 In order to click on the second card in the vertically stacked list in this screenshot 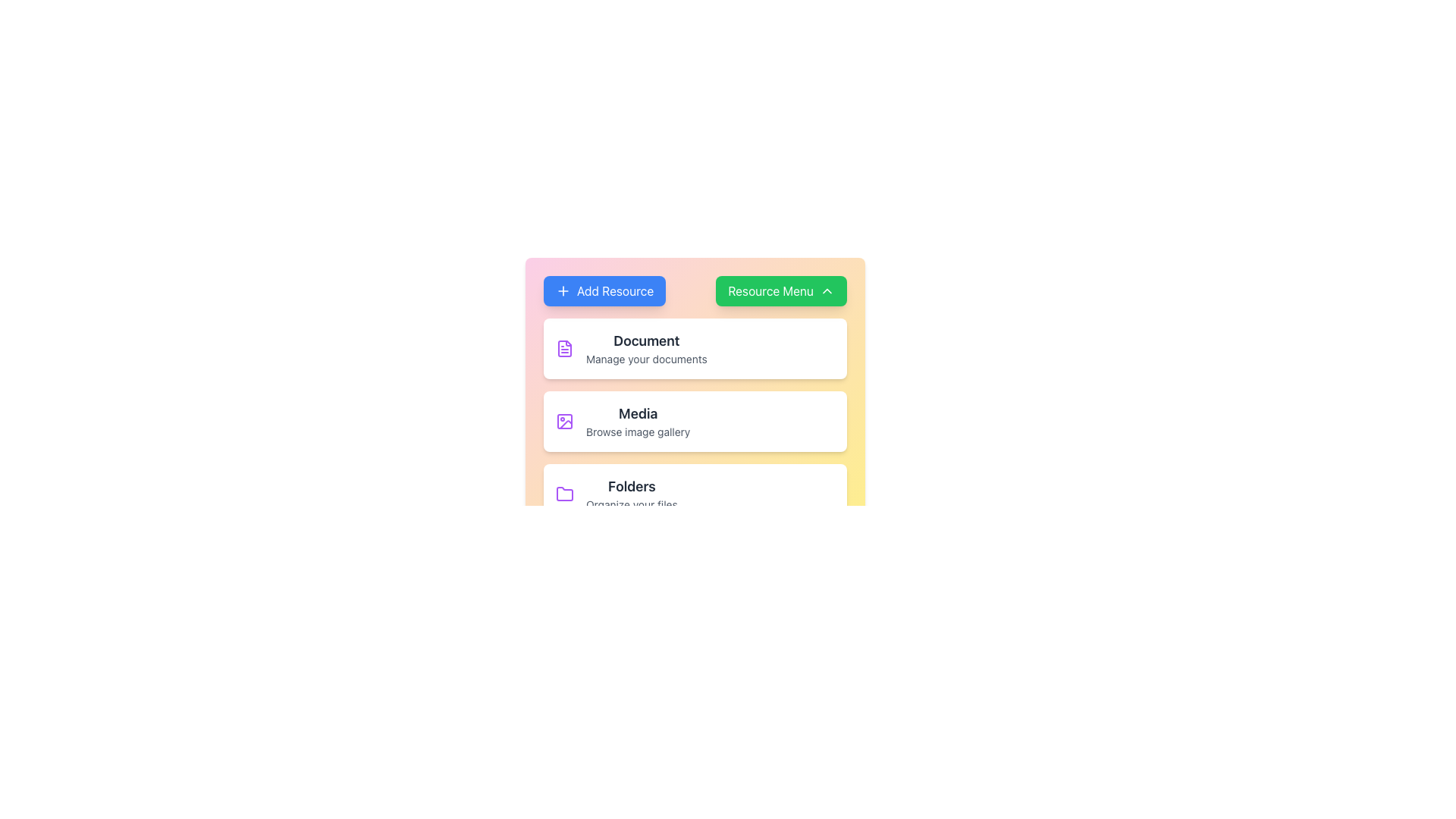, I will do `click(694, 421)`.